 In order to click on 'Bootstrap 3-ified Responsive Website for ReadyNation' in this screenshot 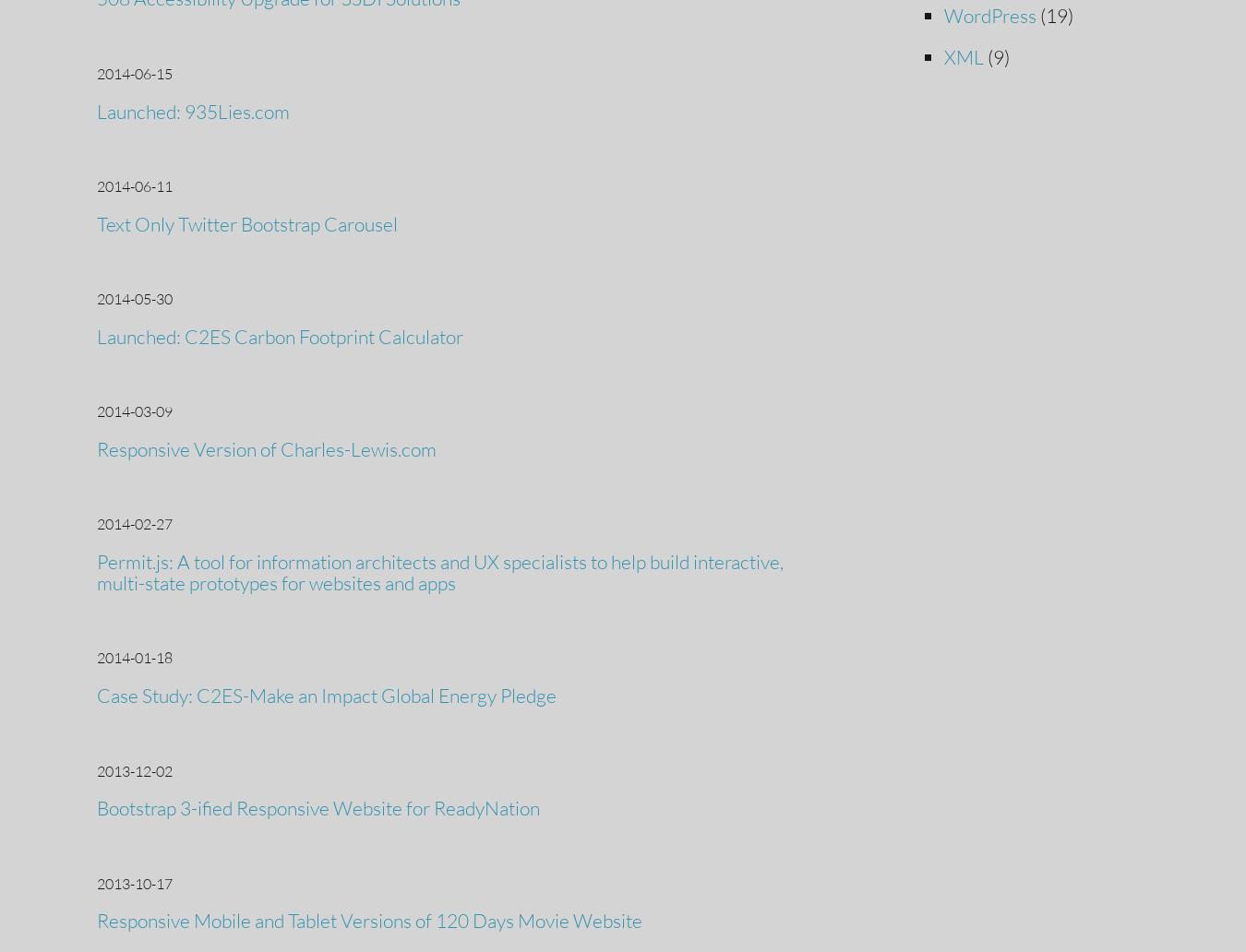, I will do `click(318, 807)`.